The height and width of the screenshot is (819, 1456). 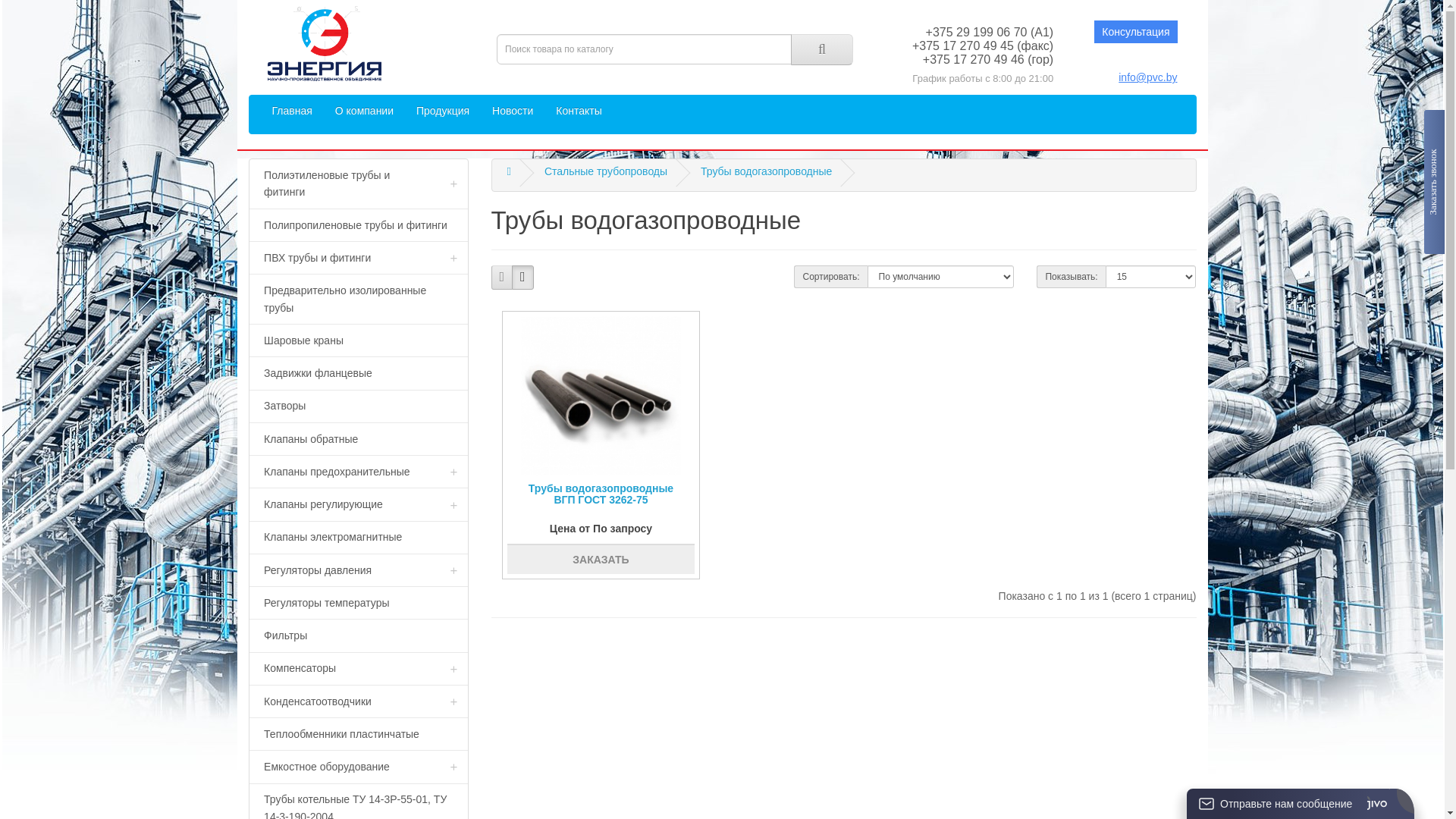 What do you see at coordinates (1147, 77) in the screenshot?
I see `'info@pvc.by'` at bounding box center [1147, 77].